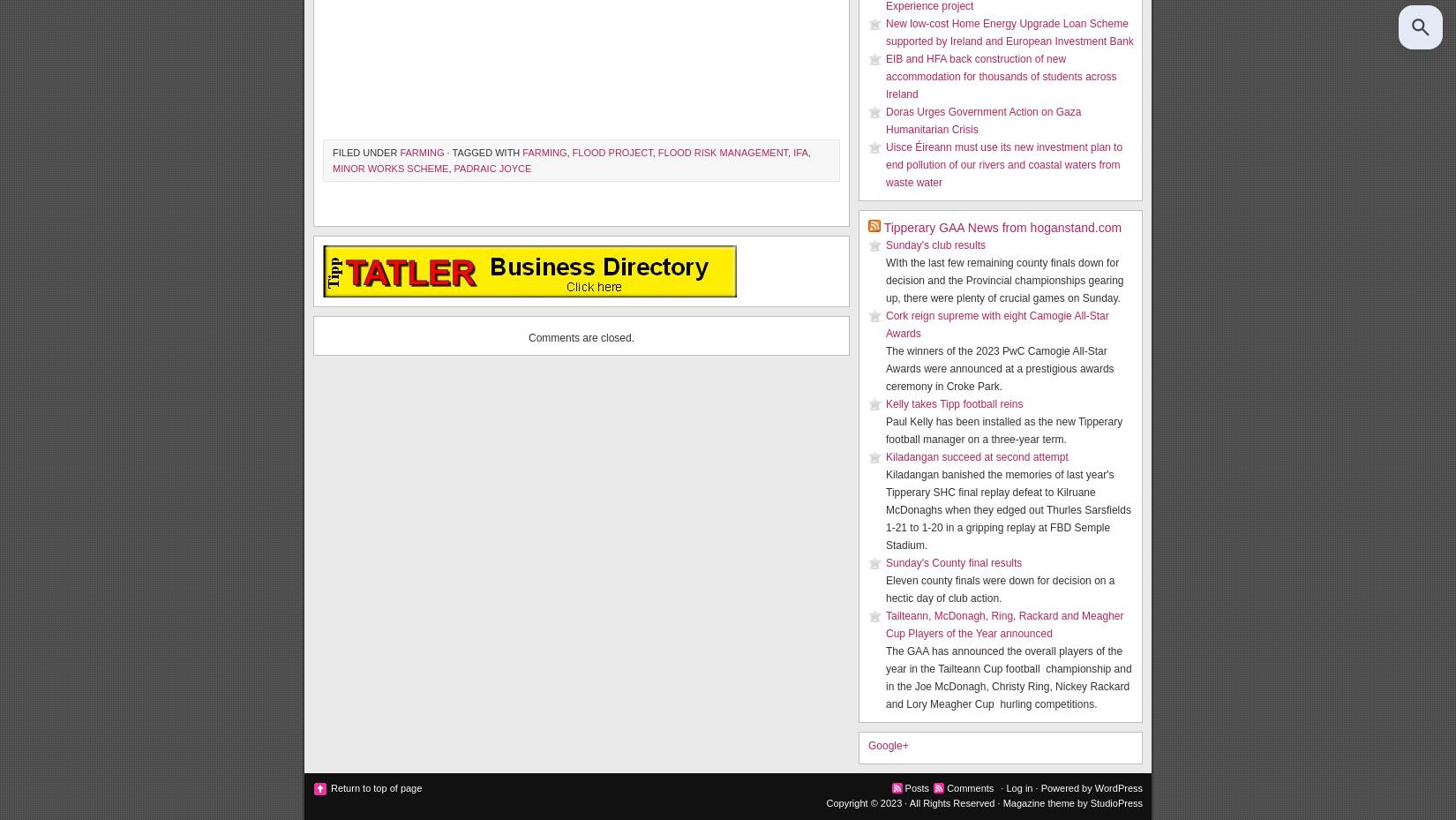  I want to click on 'WIth the last few remaining county finals down for decision and the Provincial championships gearing up, there were plenty of crucial games on Sunday.', so click(886, 280).